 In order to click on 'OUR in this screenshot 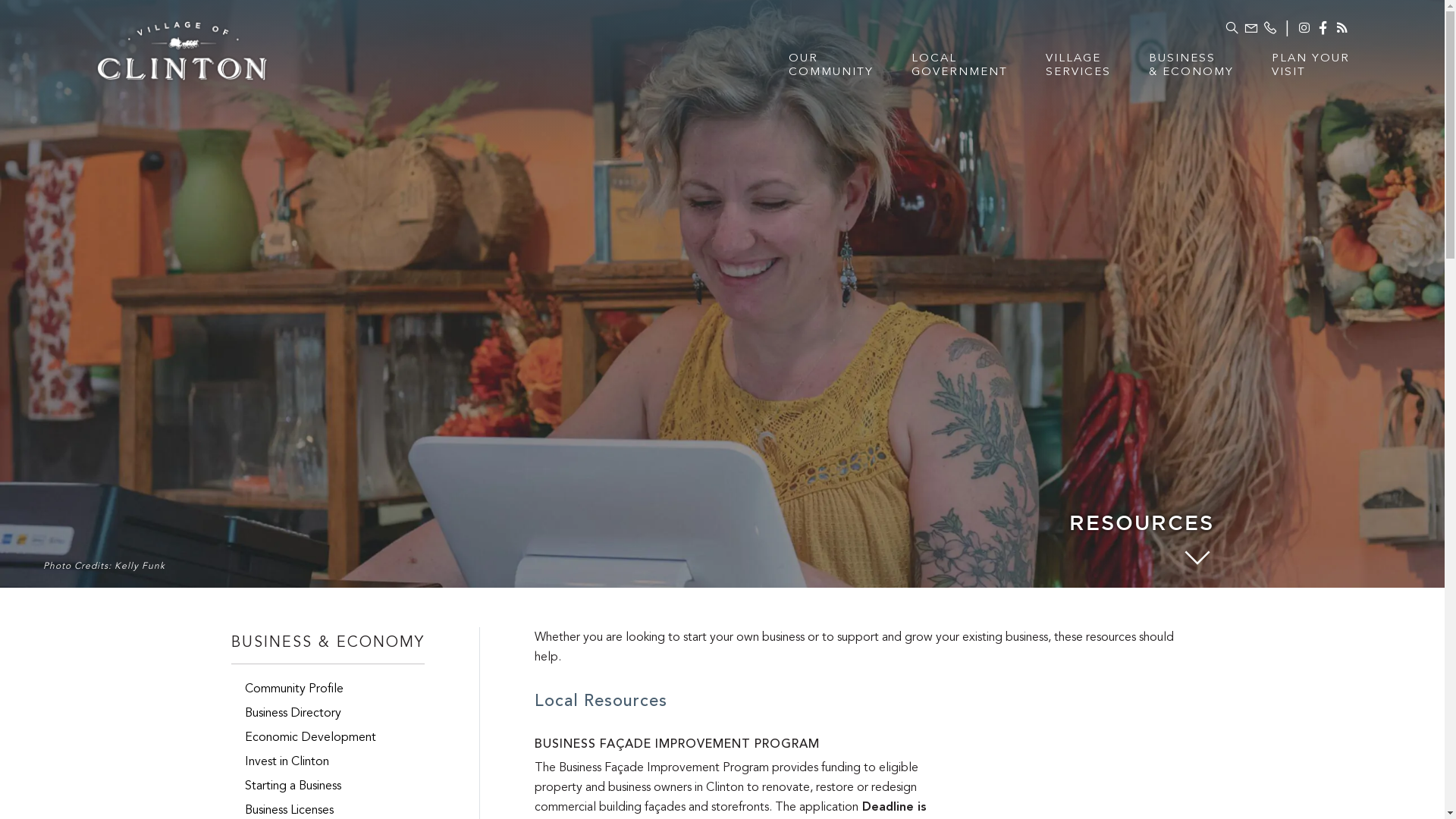, I will do `click(830, 74)`.